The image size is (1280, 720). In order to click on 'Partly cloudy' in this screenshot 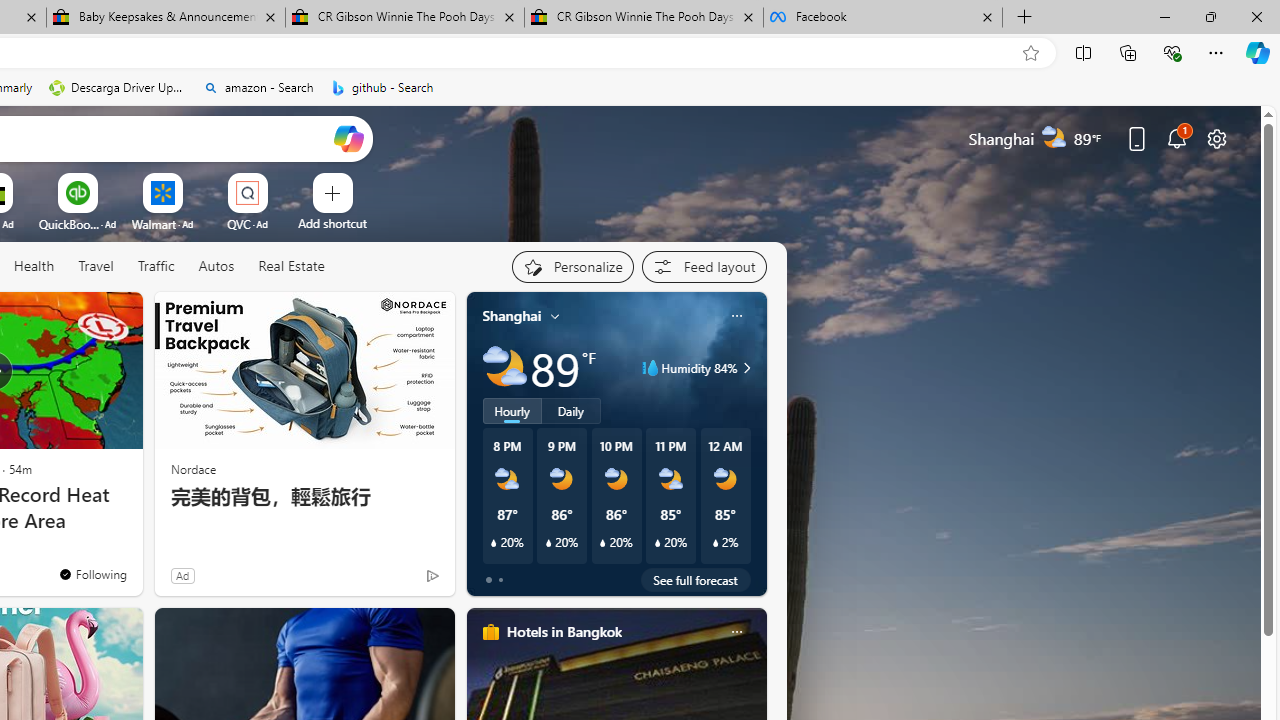, I will do `click(504, 368)`.